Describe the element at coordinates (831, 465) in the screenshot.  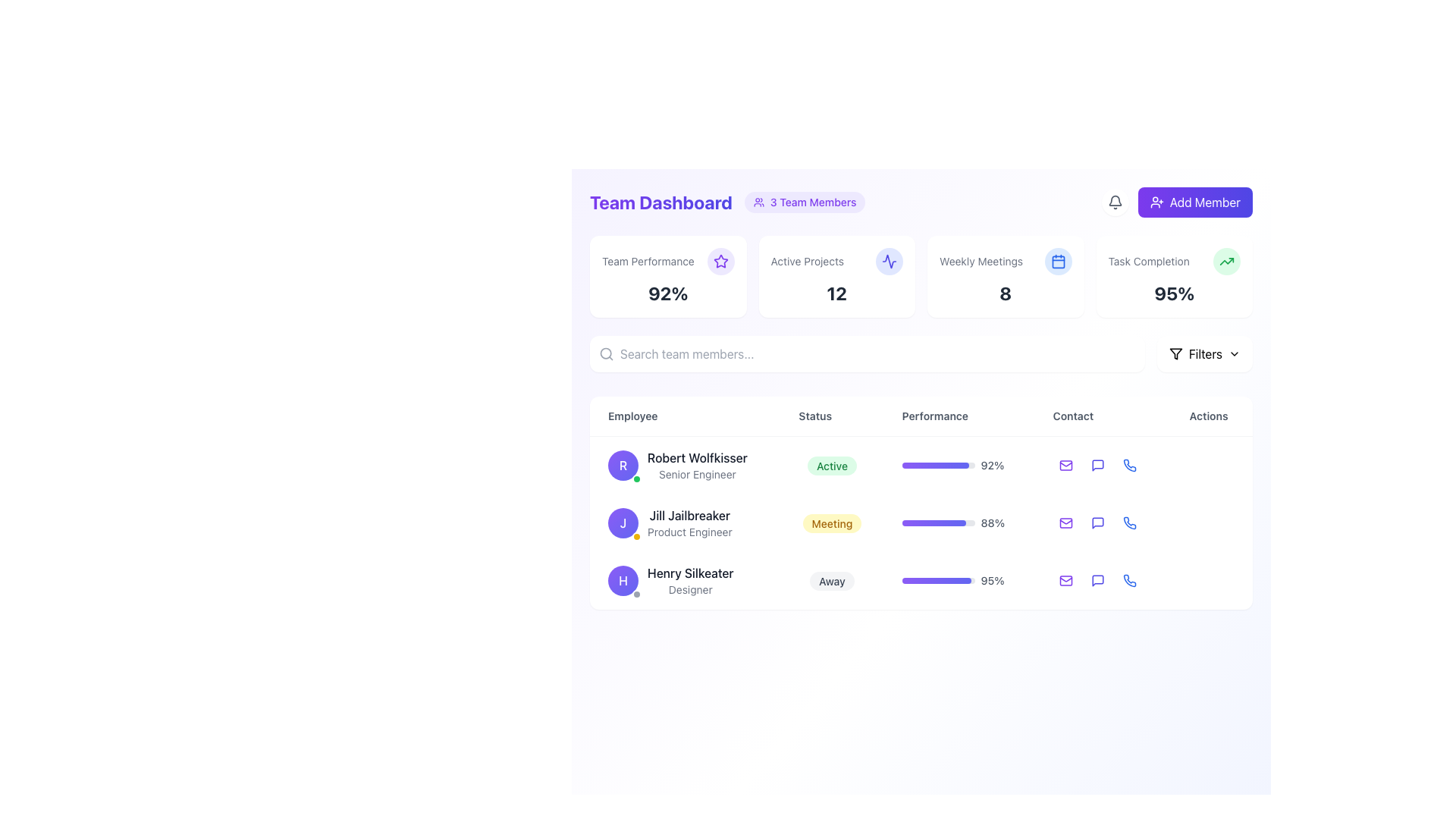
I see `the 'Active' status label, which is a rounded pill-shaped element in green color, located in the 'Status' column of the Team Dashboard for Robert Wolfkisser` at that location.